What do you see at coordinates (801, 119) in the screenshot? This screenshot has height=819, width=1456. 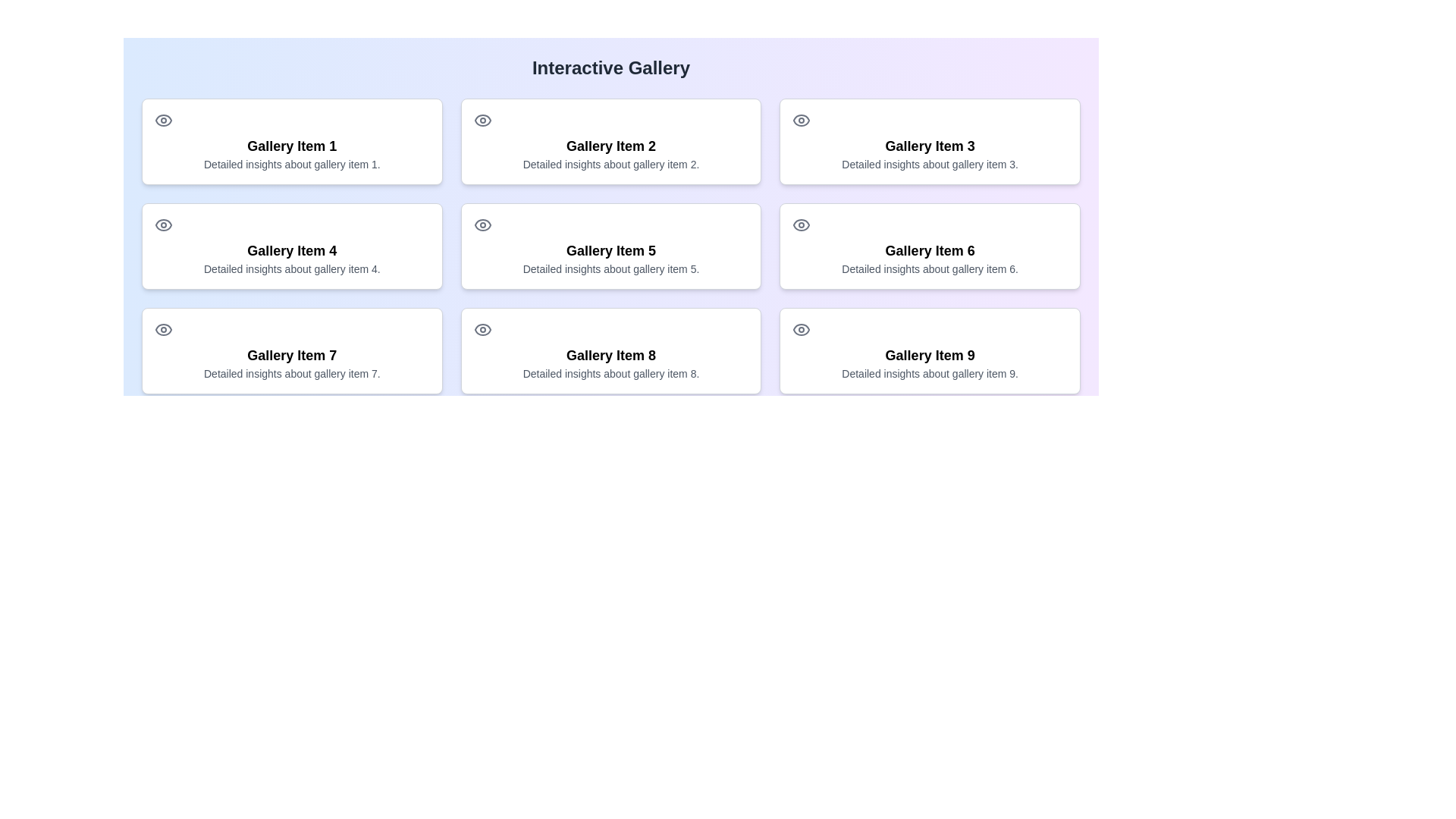 I see `the eye-shaped icon with a circular form and a neutral gray color, which is located above the text 'Gallery Item 3'` at bounding box center [801, 119].